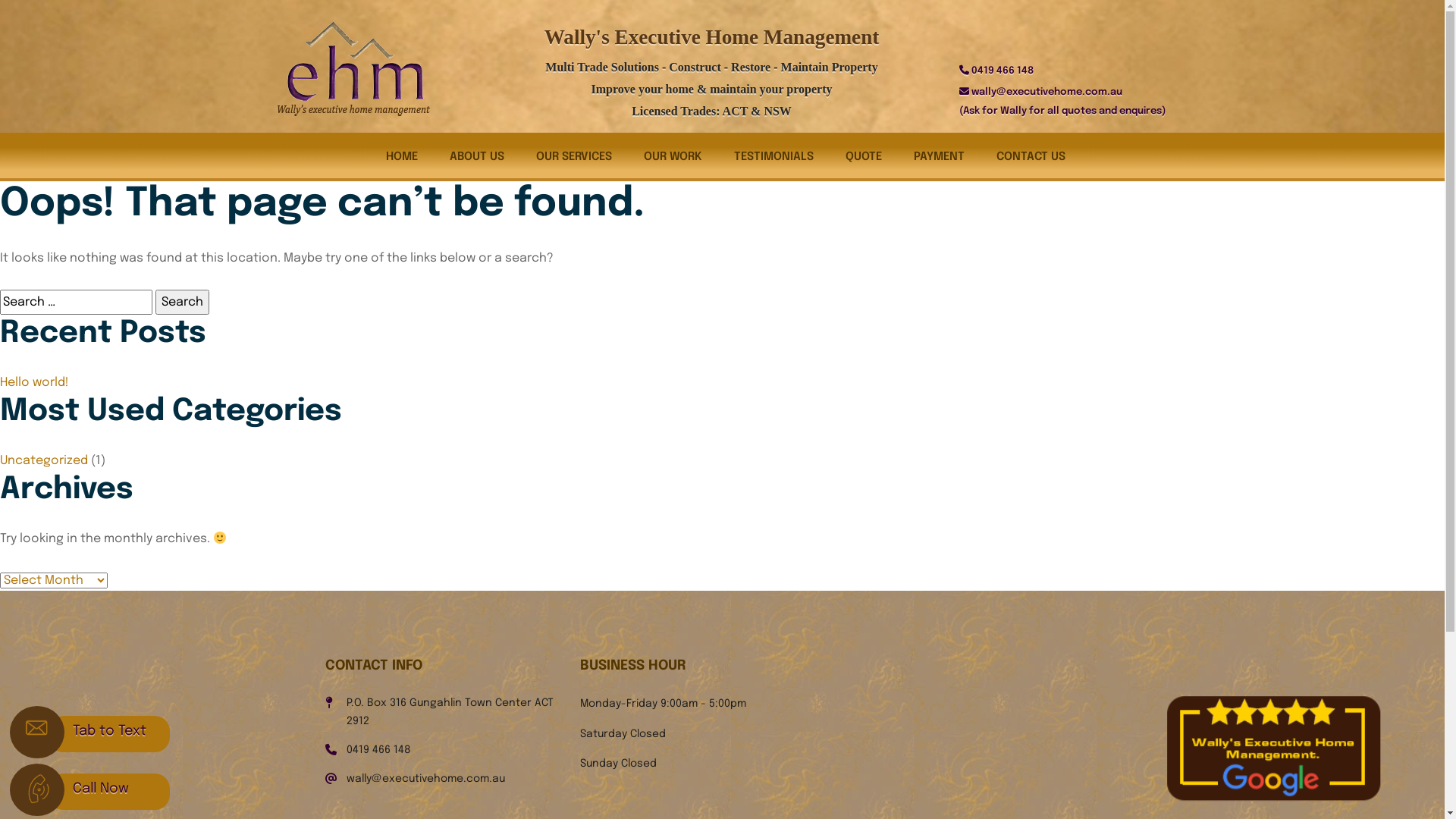 This screenshot has height=819, width=1456. What do you see at coordinates (1045, 92) in the screenshot?
I see `'wally@executivehome.com.au'` at bounding box center [1045, 92].